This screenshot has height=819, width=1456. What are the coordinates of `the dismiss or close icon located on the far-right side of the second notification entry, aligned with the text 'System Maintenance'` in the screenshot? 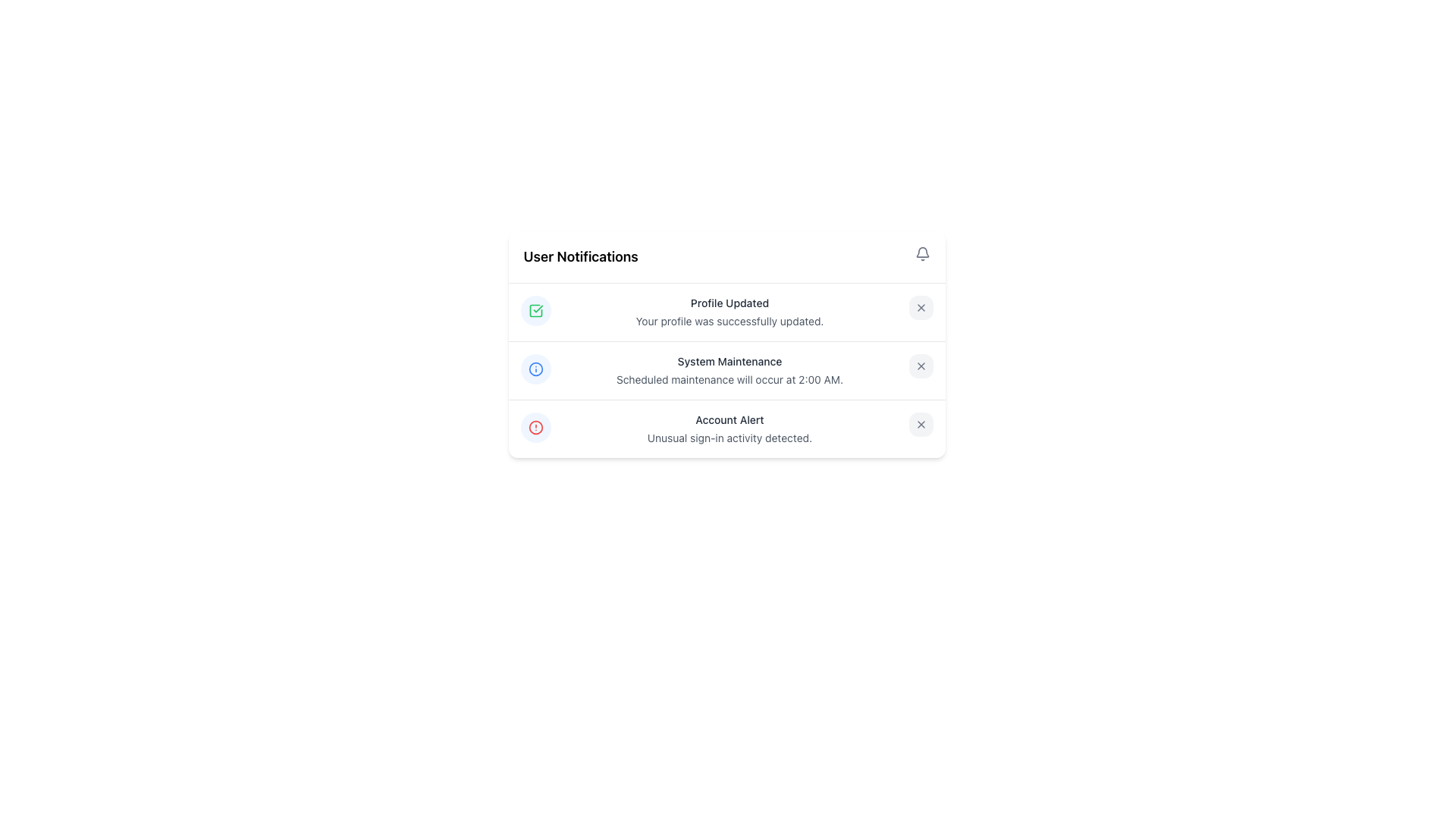 It's located at (920, 366).